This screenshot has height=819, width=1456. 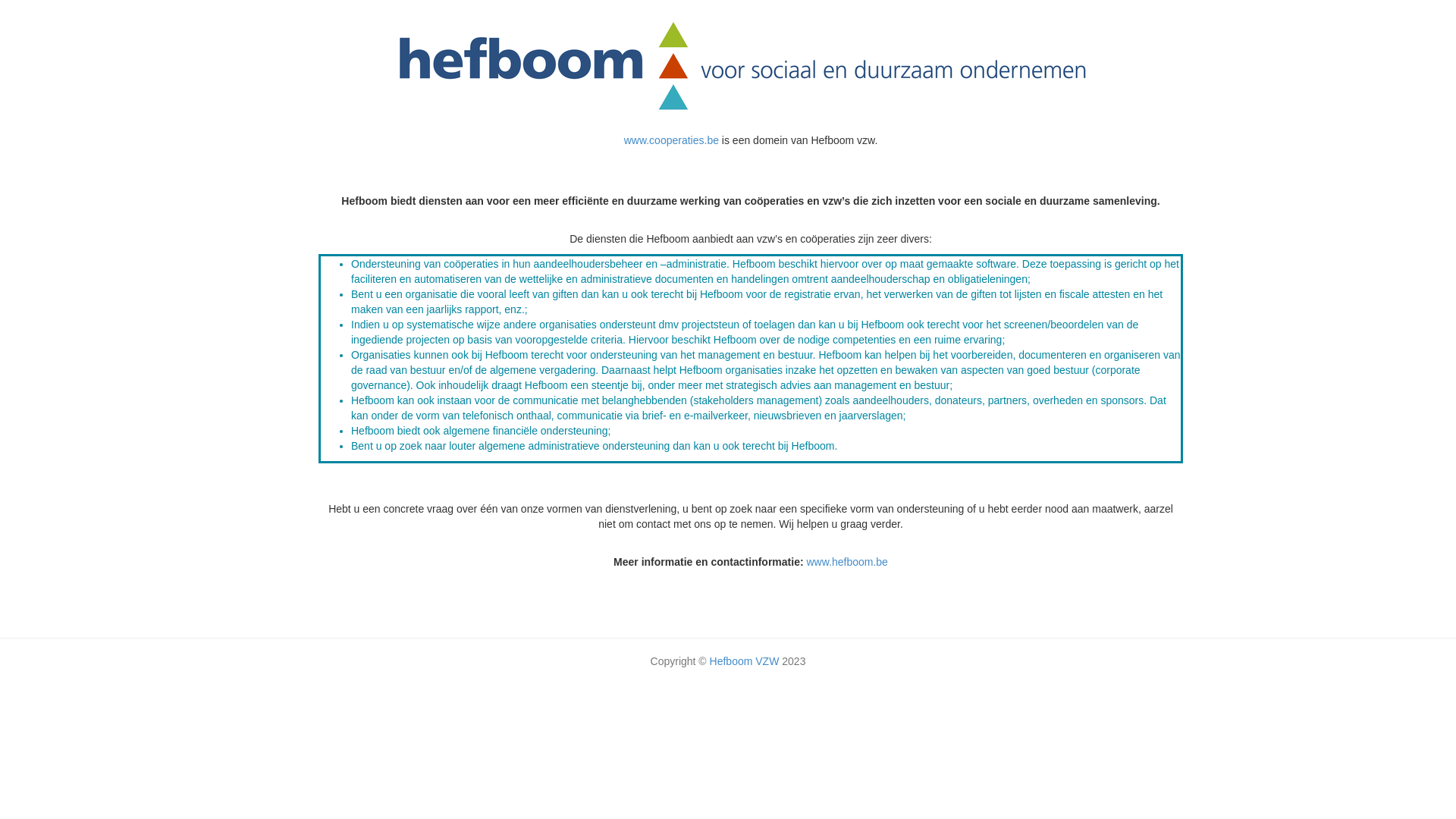 I want to click on 'www.hefboom.be', so click(x=846, y=561).